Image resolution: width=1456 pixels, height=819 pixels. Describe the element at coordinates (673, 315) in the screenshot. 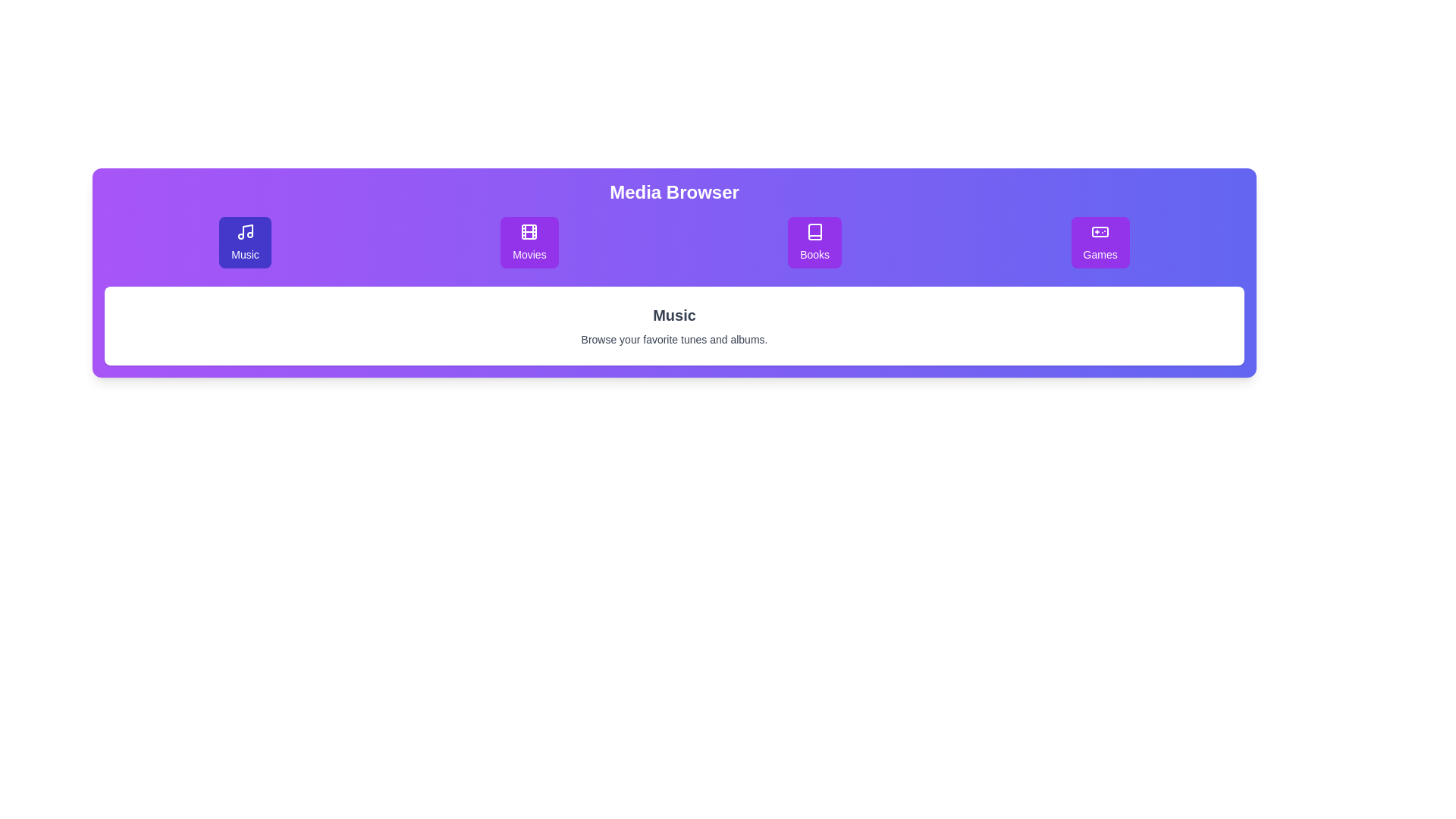

I see `text label indicating the category 'Music', which is located at the center of the white card below the 'Media Browser' header` at that location.